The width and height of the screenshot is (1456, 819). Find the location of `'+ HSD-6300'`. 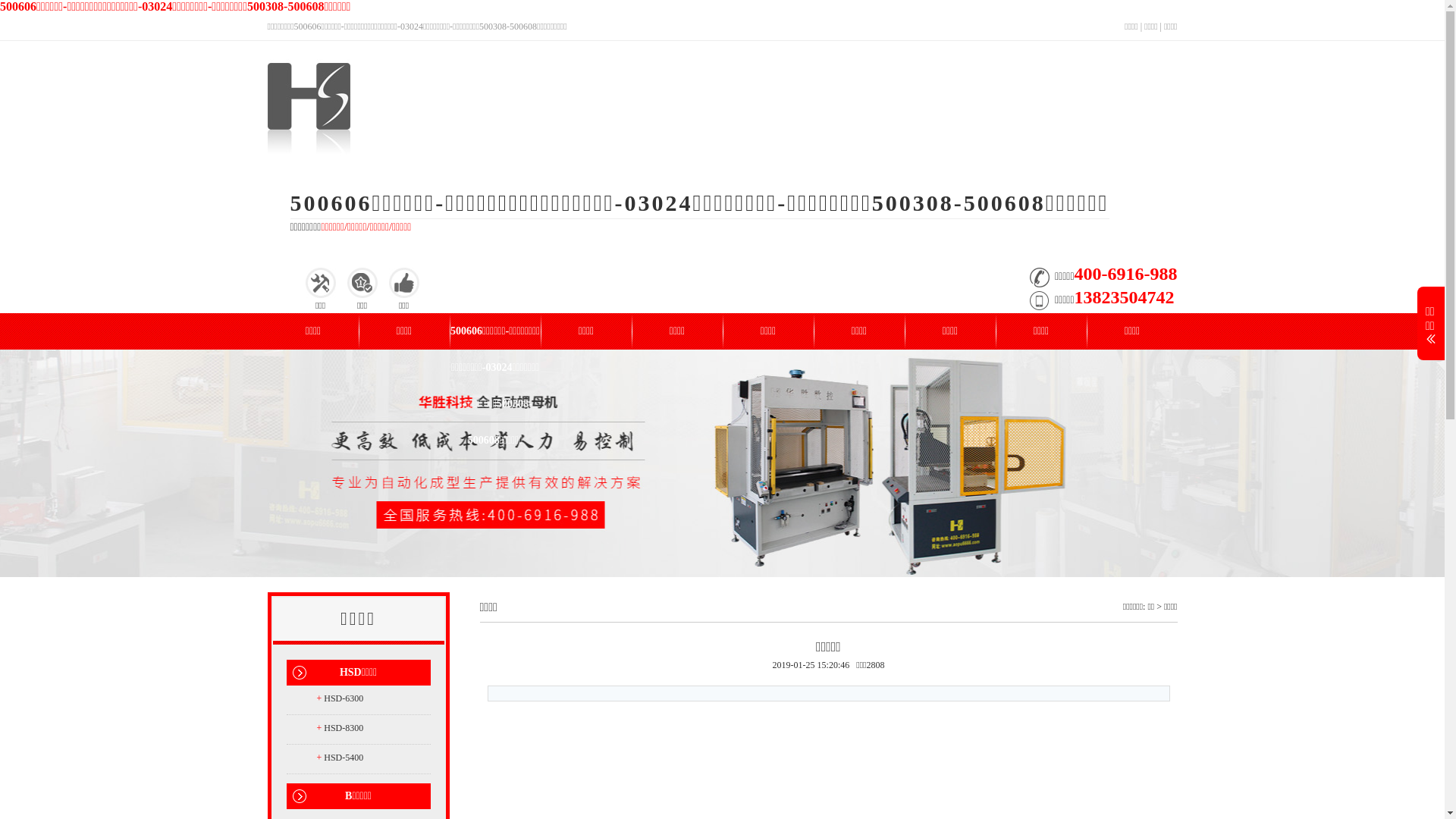

'+ HSD-6300' is located at coordinates (374, 698).